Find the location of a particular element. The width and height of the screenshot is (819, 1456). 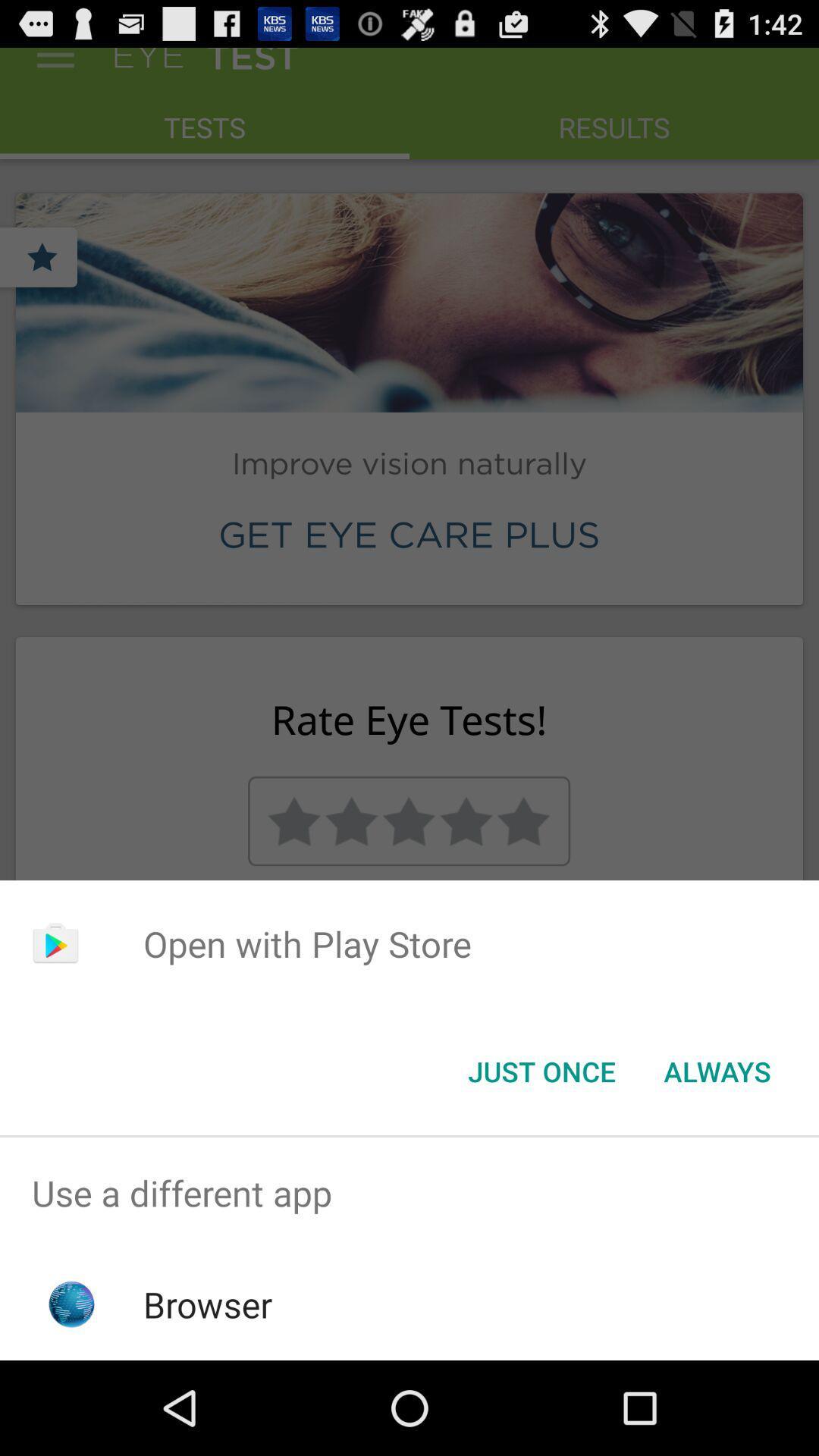

item below the open with play item is located at coordinates (717, 1070).